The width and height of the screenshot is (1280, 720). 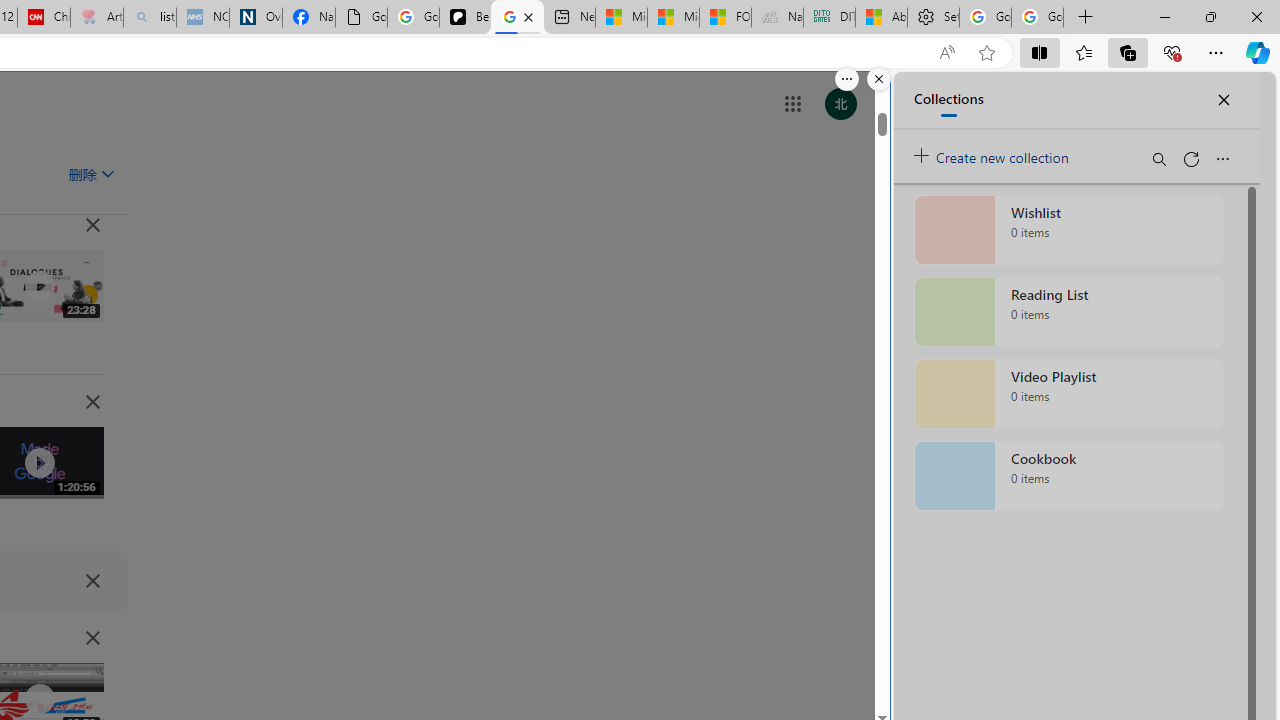 I want to click on 'list of asthma inhalers uk - Search - Sleeping', so click(x=149, y=17).